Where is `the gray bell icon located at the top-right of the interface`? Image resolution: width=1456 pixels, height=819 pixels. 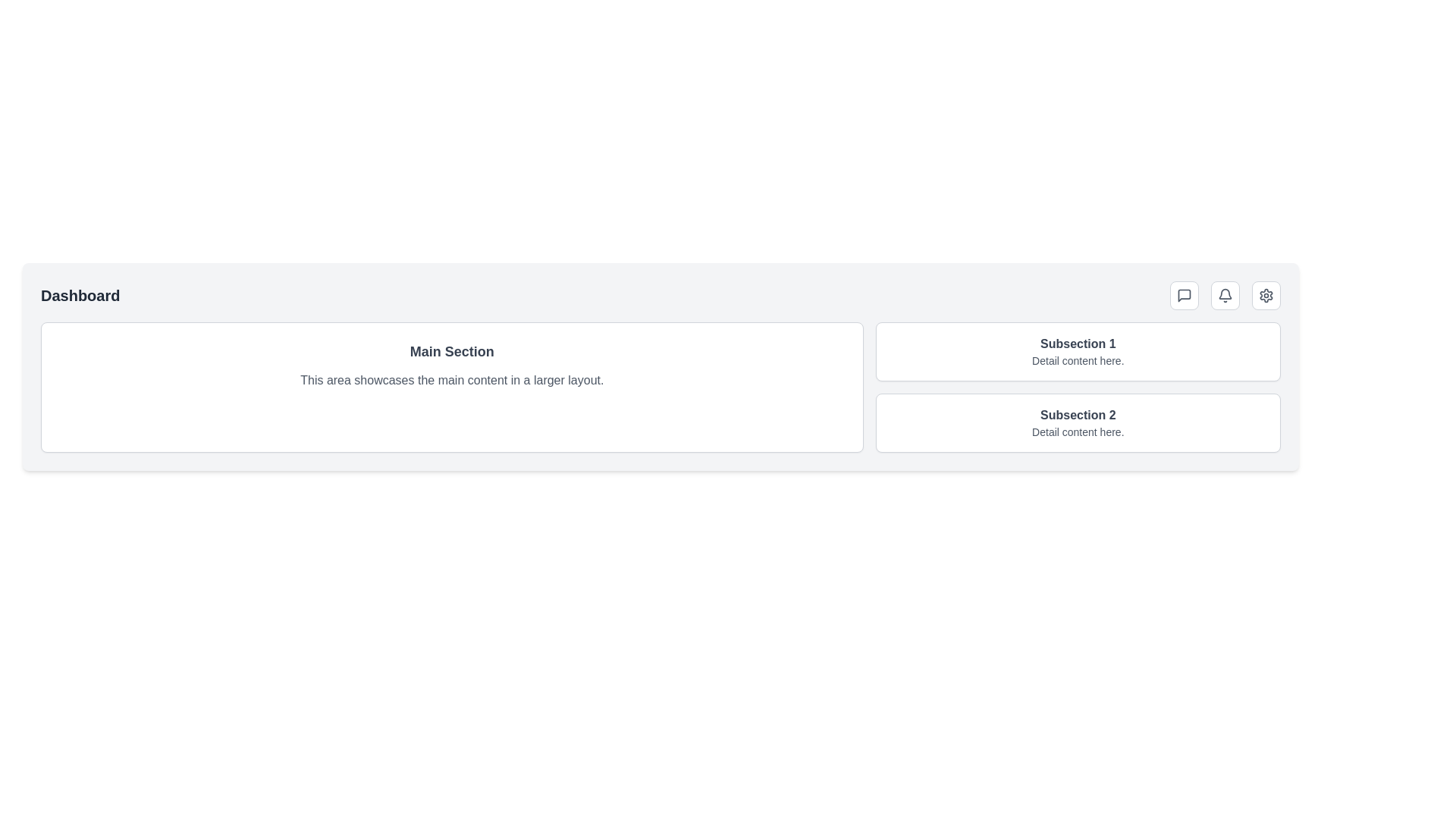
the gray bell icon located at the top-right of the interface is located at coordinates (1225, 295).